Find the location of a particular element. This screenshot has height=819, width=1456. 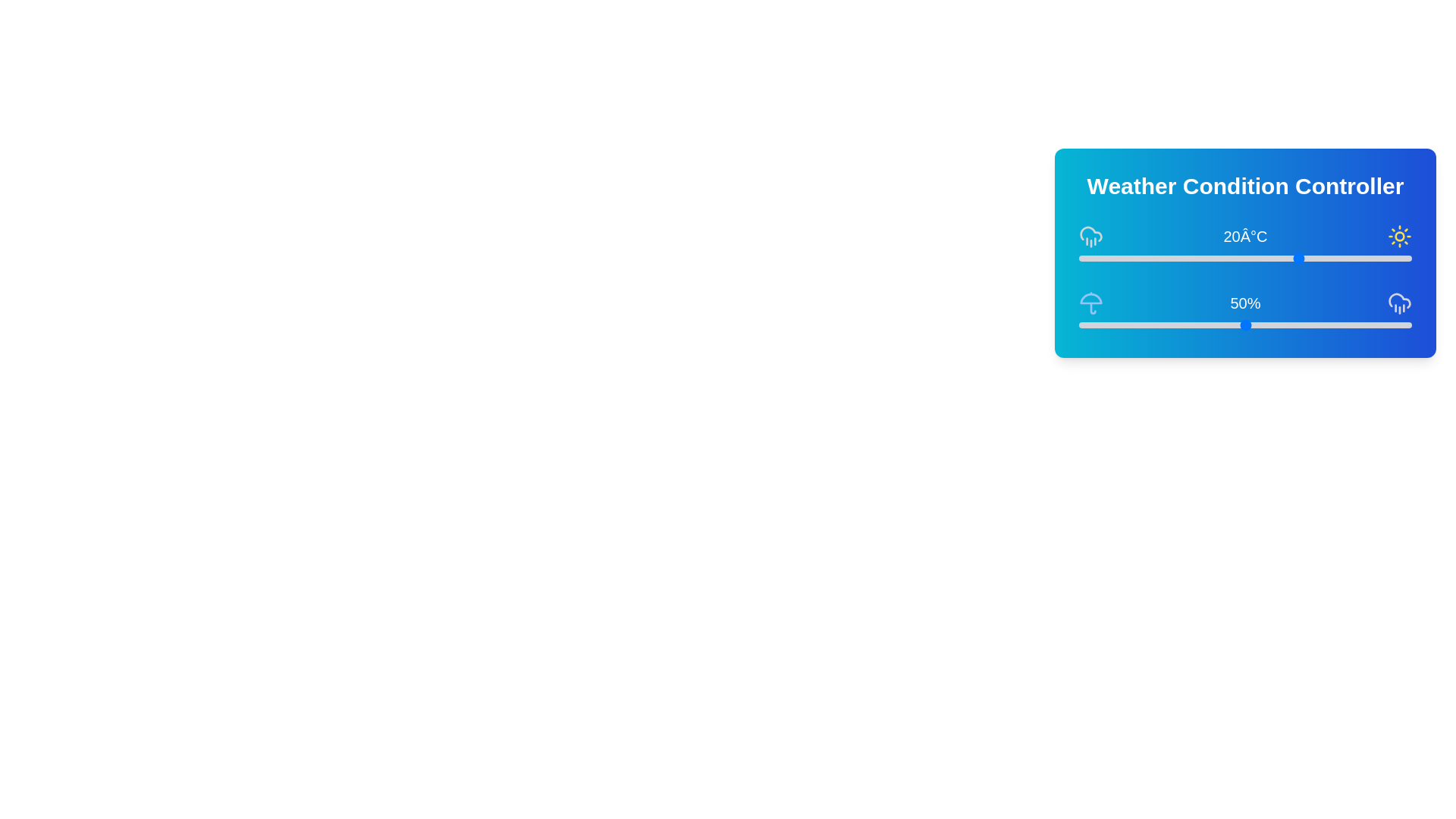

the precipitation slider to 87% is located at coordinates (1368, 324).